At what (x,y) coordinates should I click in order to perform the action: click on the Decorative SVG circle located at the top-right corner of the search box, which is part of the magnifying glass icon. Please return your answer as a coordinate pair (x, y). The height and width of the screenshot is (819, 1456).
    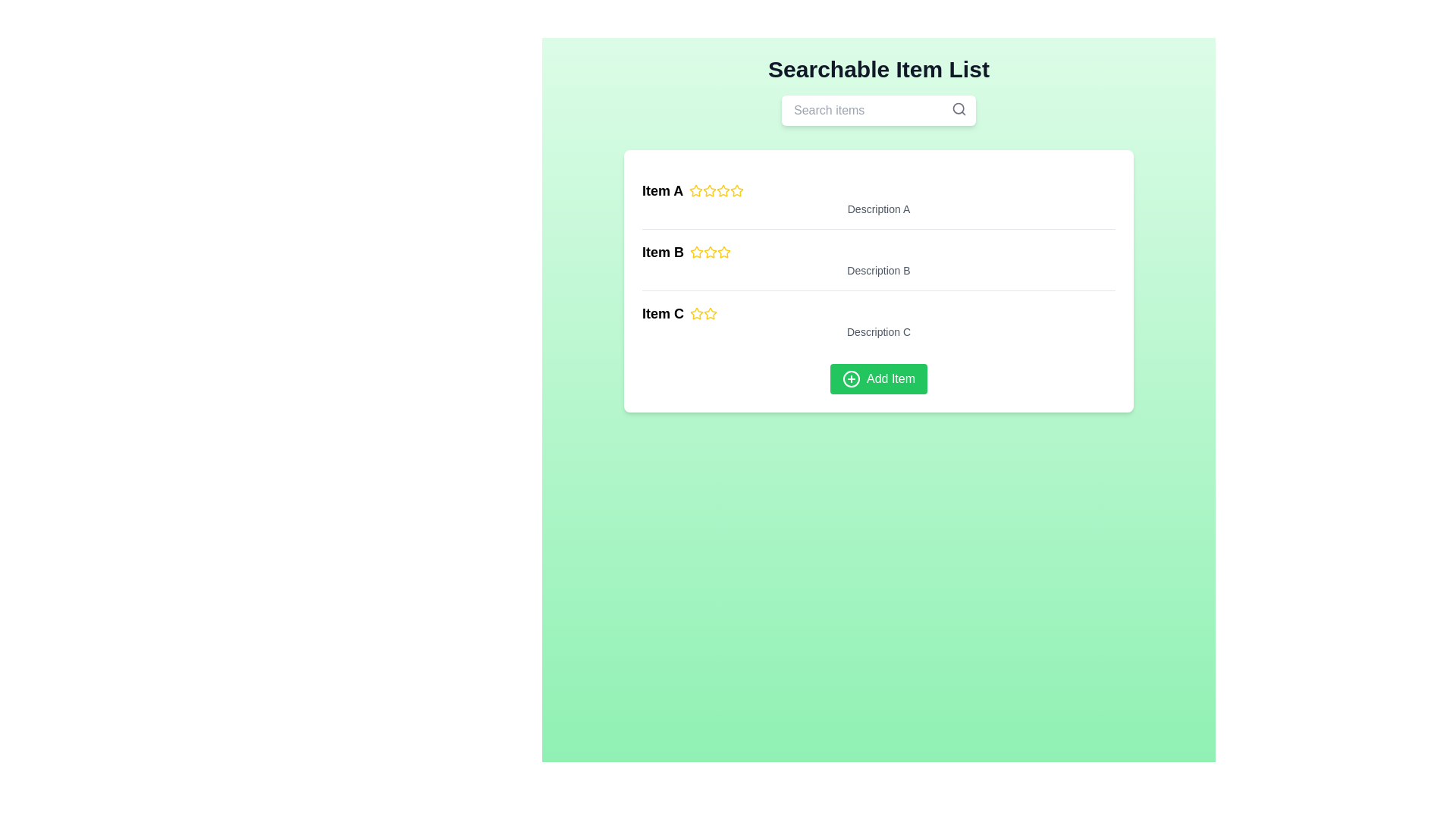
    Looking at the image, I should click on (958, 108).